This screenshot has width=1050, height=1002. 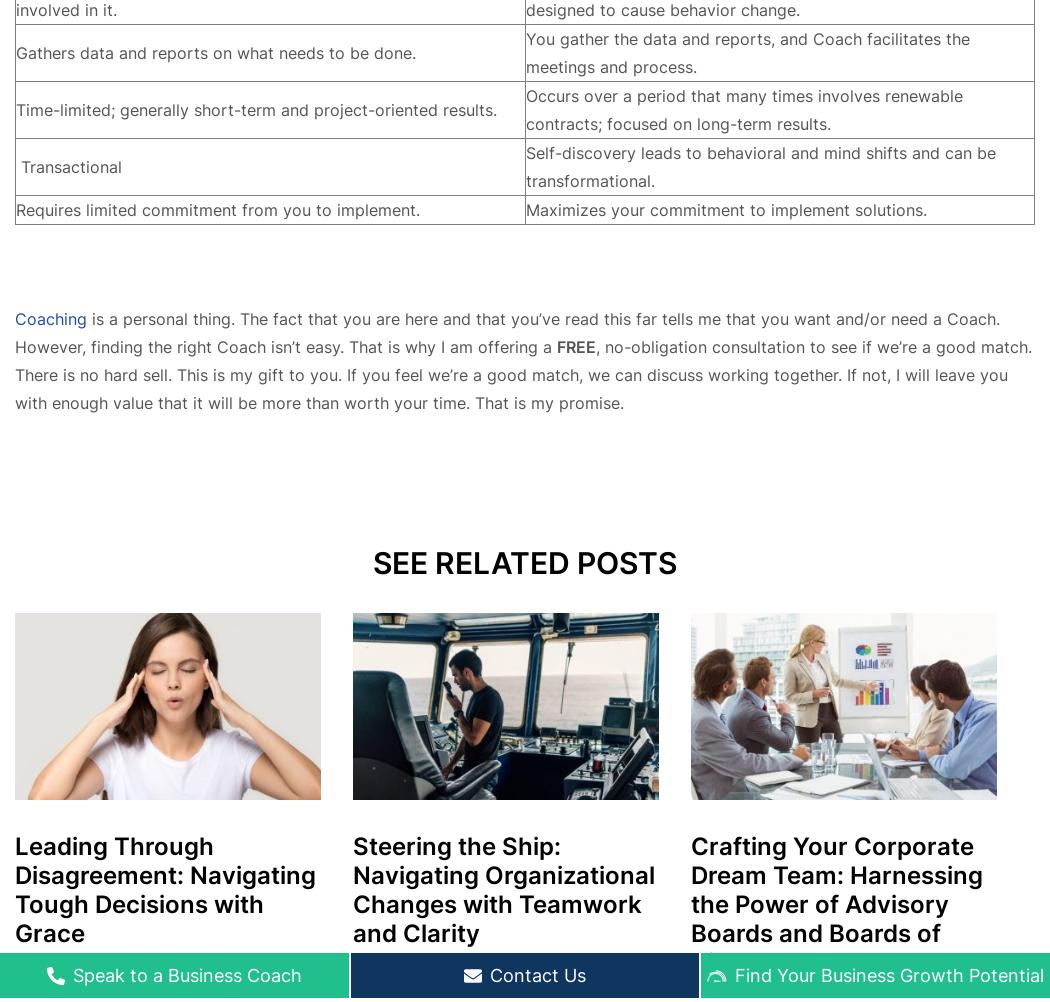 What do you see at coordinates (759, 165) in the screenshot?
I see `'Self-discovery leads to behavioral and mind shifts and can be transformational.'` at bounding box center [759, 165].